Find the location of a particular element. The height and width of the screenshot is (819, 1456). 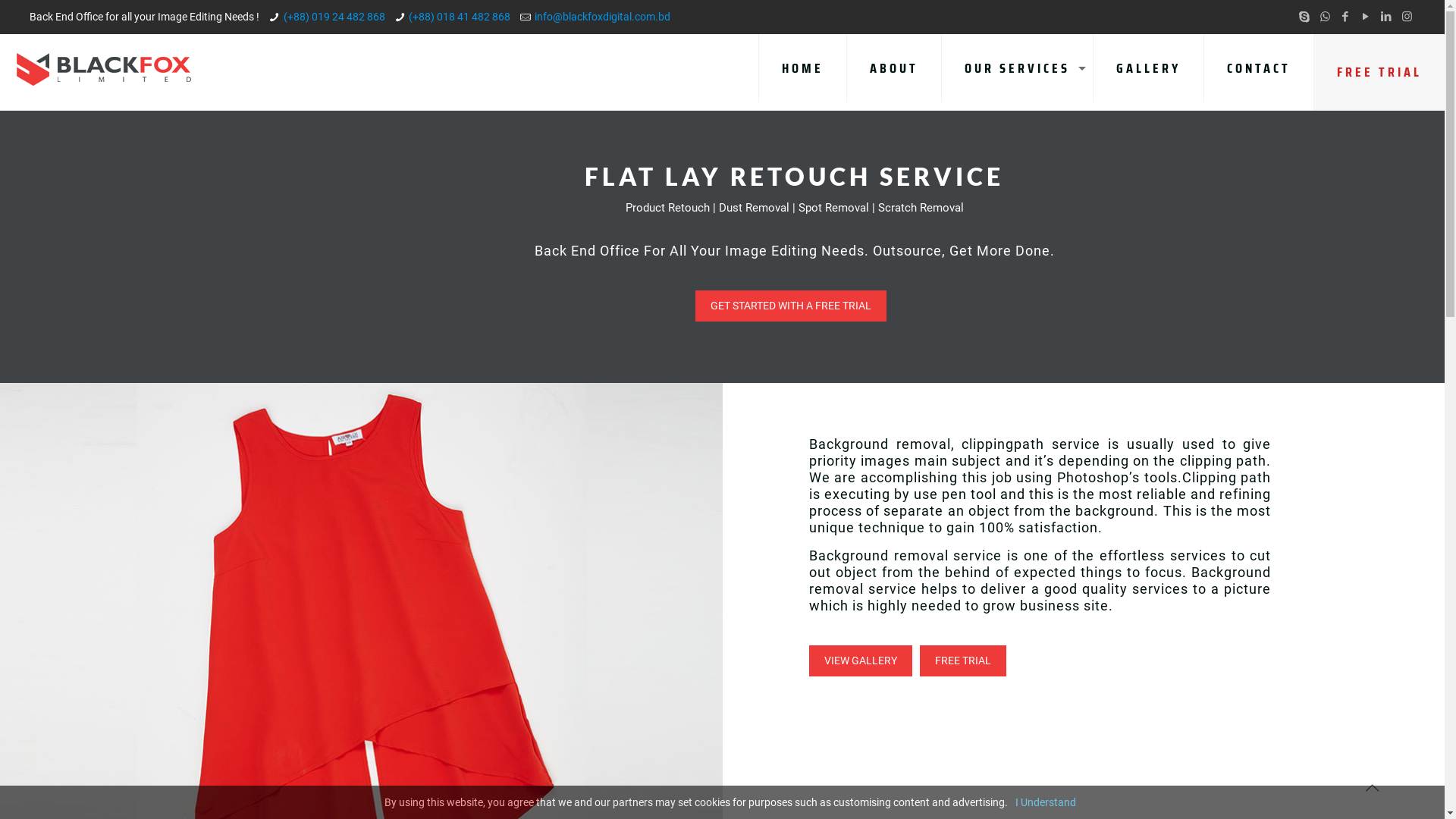

'Facebook' is located at coordinates (1345, 17).